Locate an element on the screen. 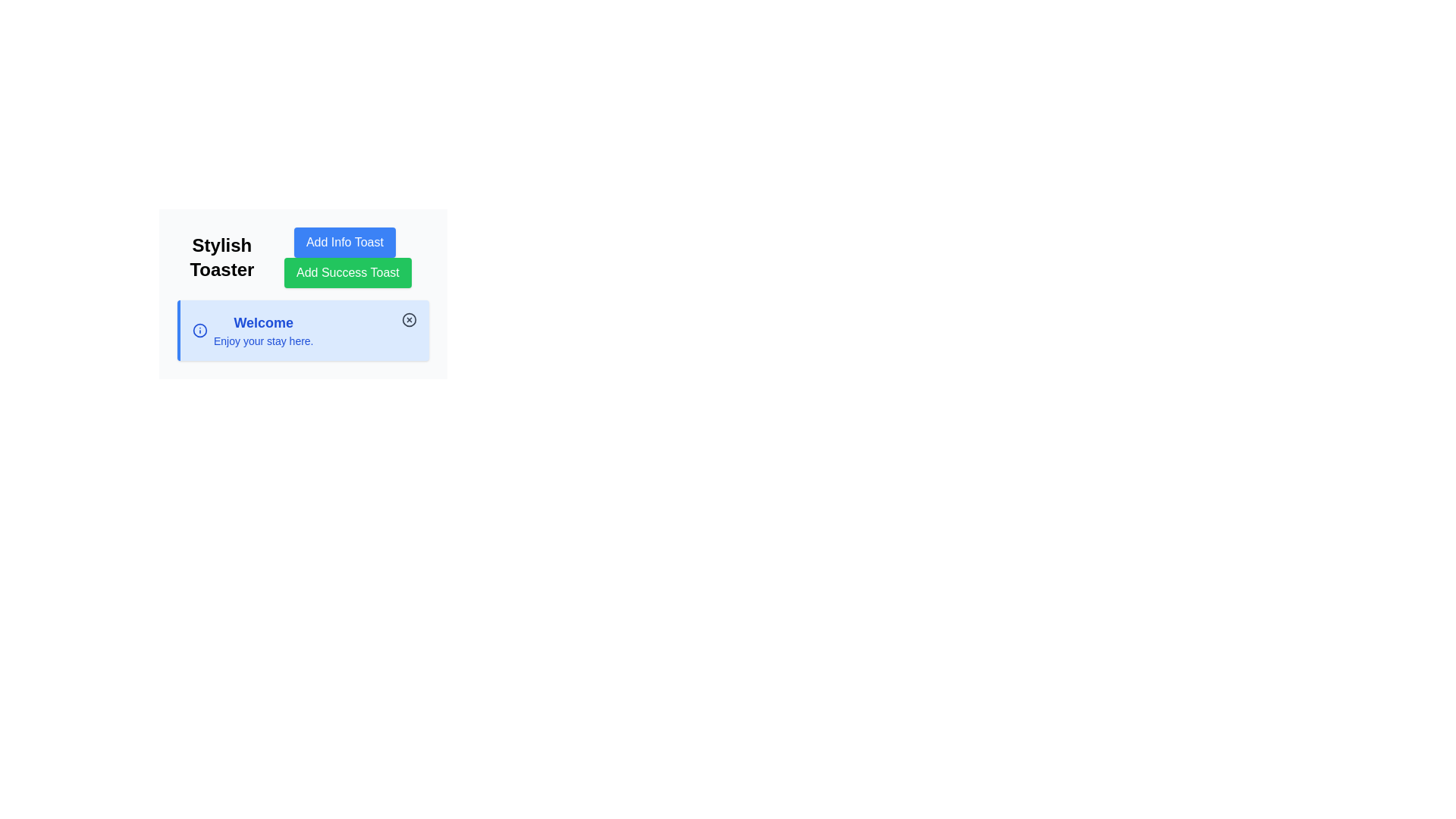  the circular icon element located at the bottom-right of the notification area is located at coordinates (199, 329).